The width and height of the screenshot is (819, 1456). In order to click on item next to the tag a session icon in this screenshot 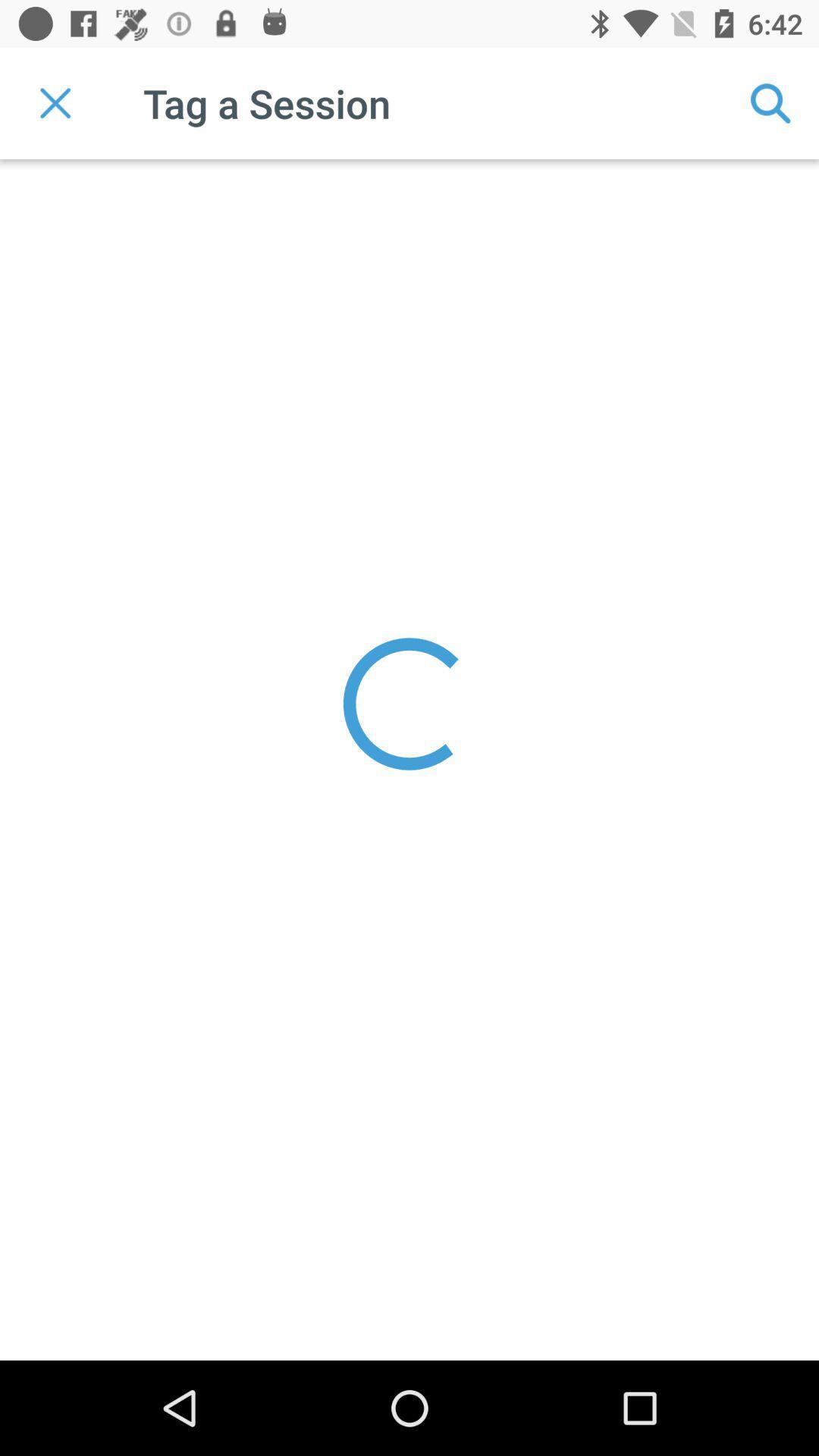, I will do `click(55, 102)`.